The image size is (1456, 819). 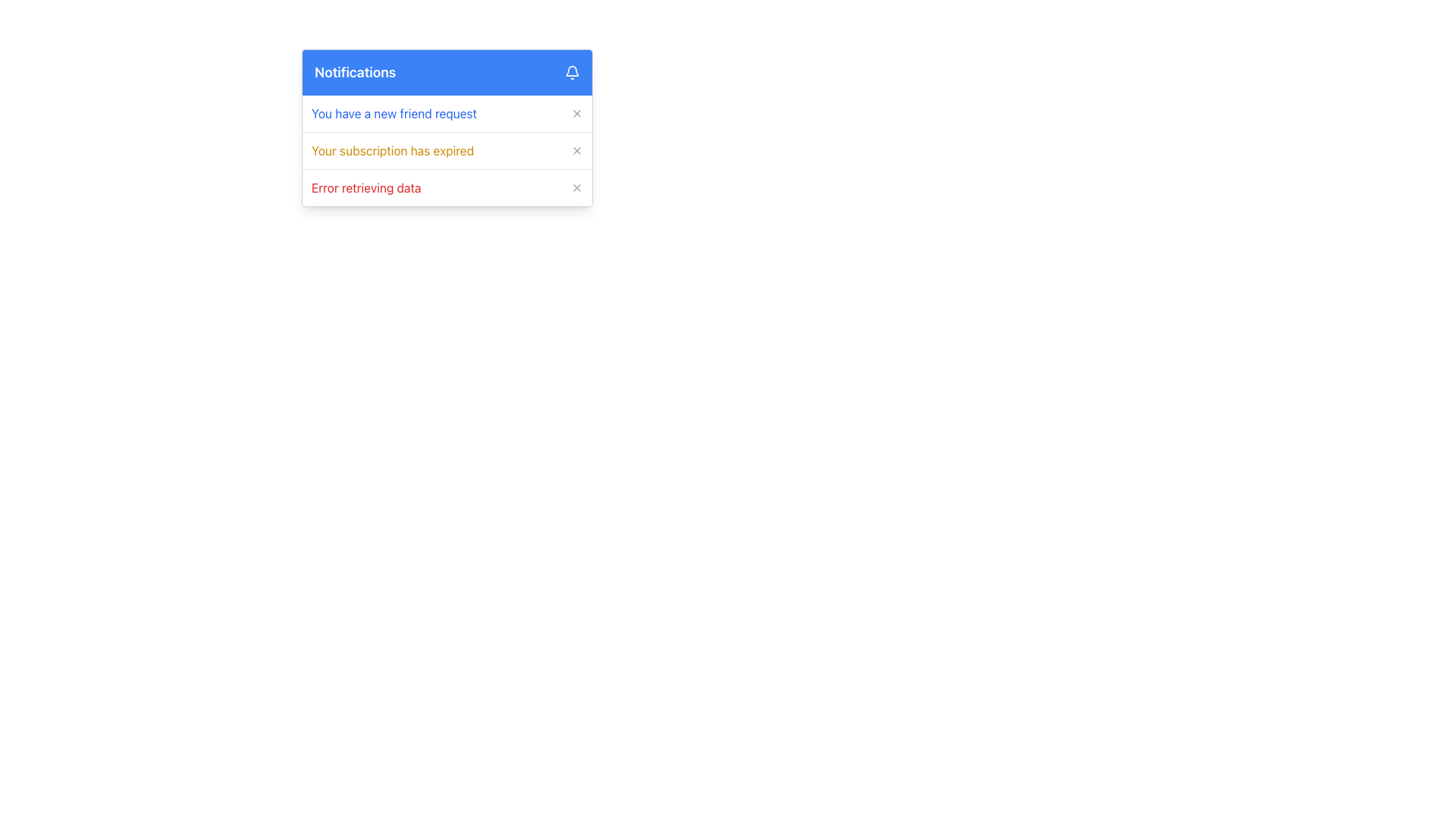 I want to click on the blue-colored text label that reads 'You have a new friend request.' located within the notification card under the 'Notifications' heading, so click(x=394, y=113).